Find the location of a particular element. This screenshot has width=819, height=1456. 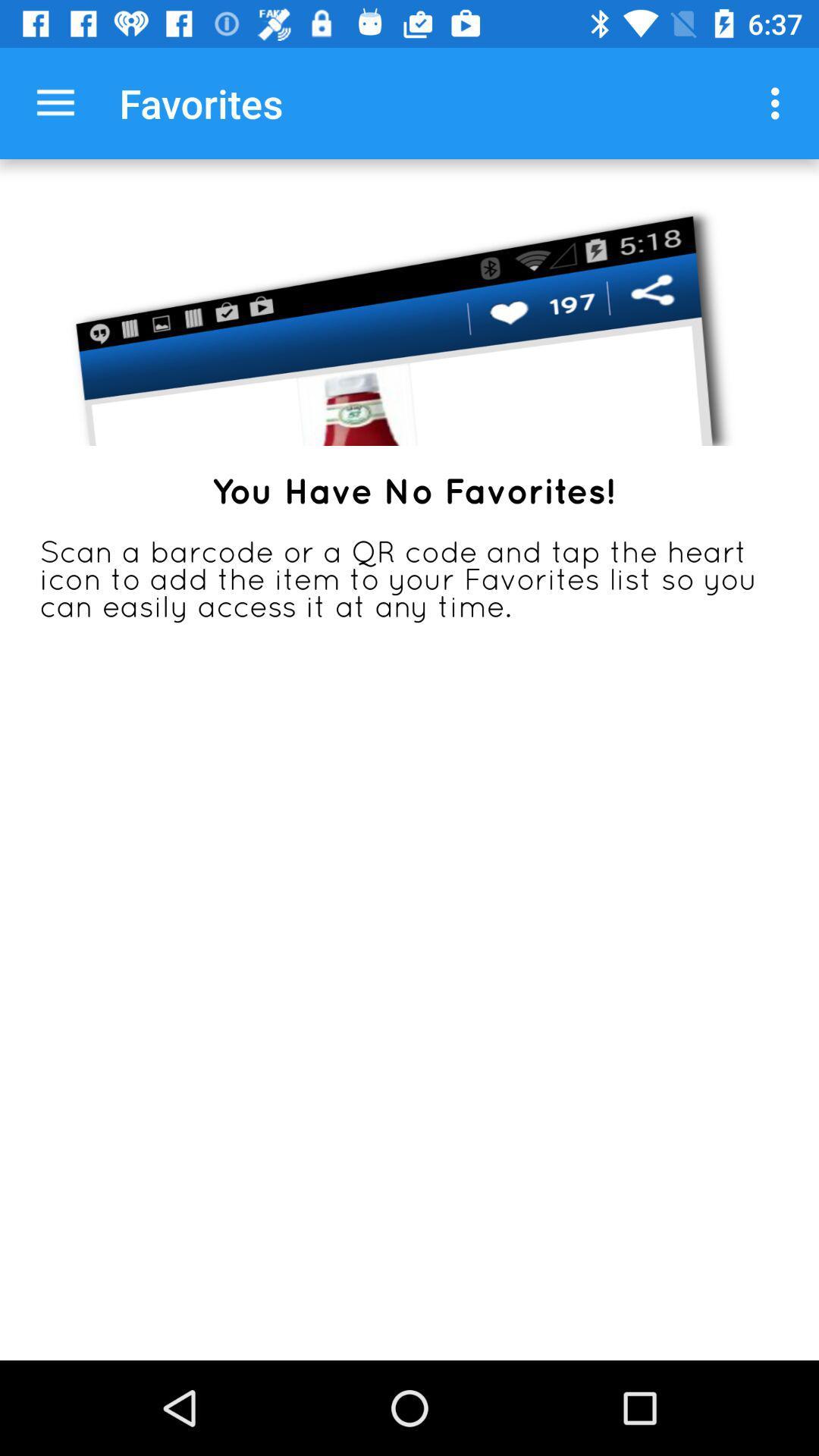

the app to the left of favorites app is located at coordinates (55, 102).